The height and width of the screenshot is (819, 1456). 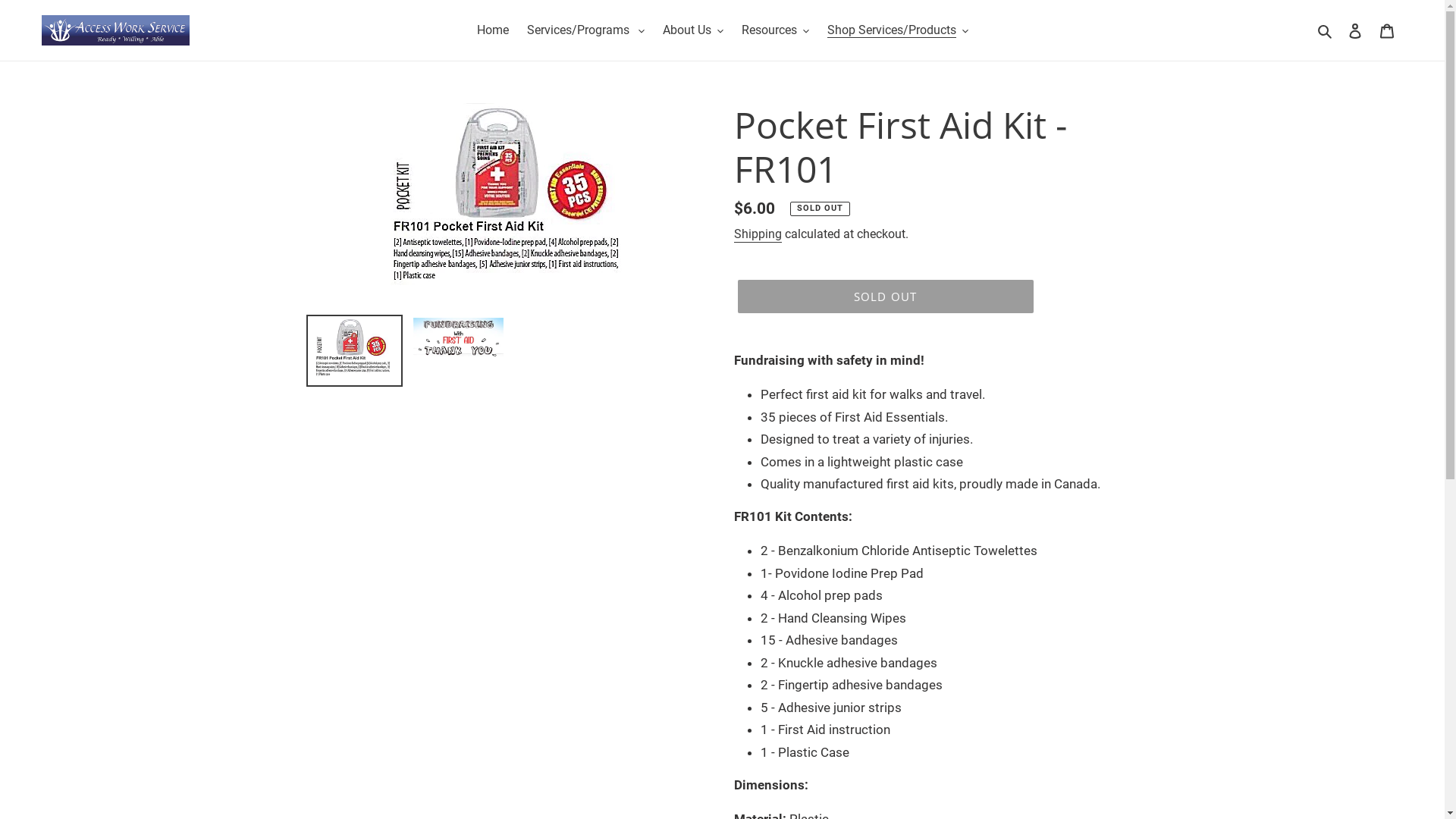 What do you see at coordinates (775, 30) in the screenshot?
I see `'Resources'` at bounding box center [775, 30].